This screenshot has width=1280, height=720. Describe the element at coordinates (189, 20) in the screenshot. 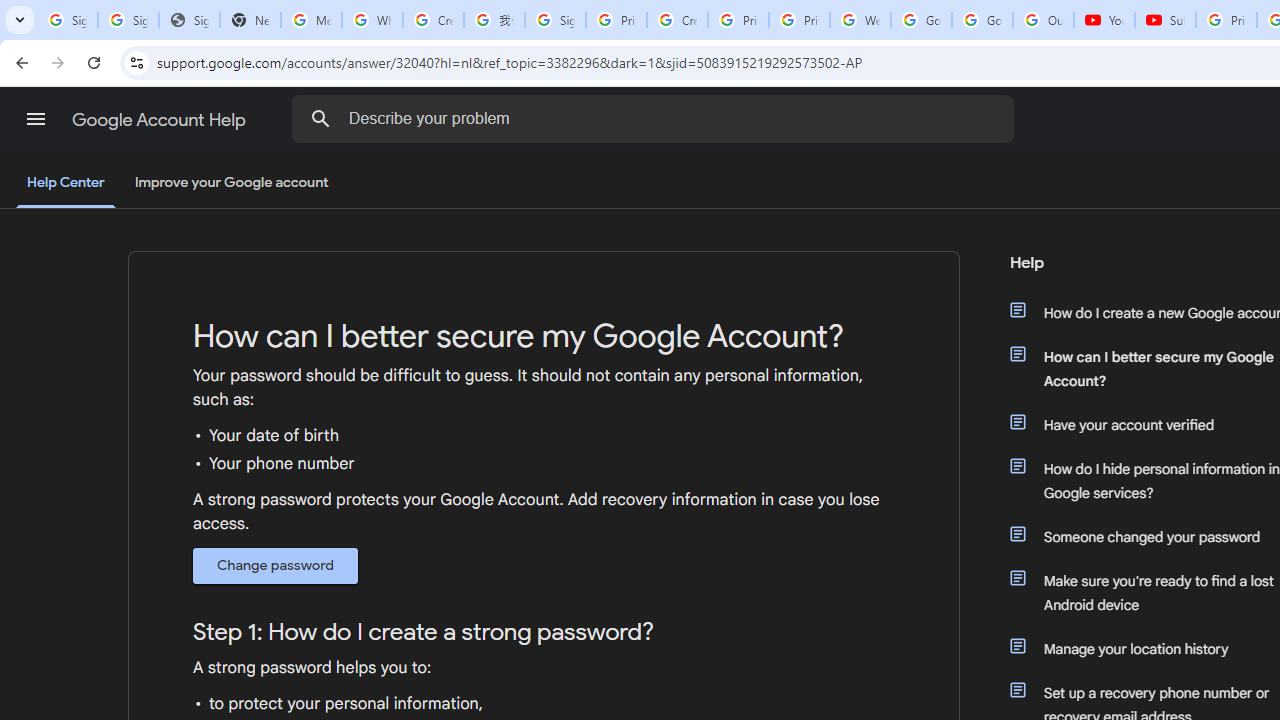

I see `'Sign In - USA TODAY'` at that location.